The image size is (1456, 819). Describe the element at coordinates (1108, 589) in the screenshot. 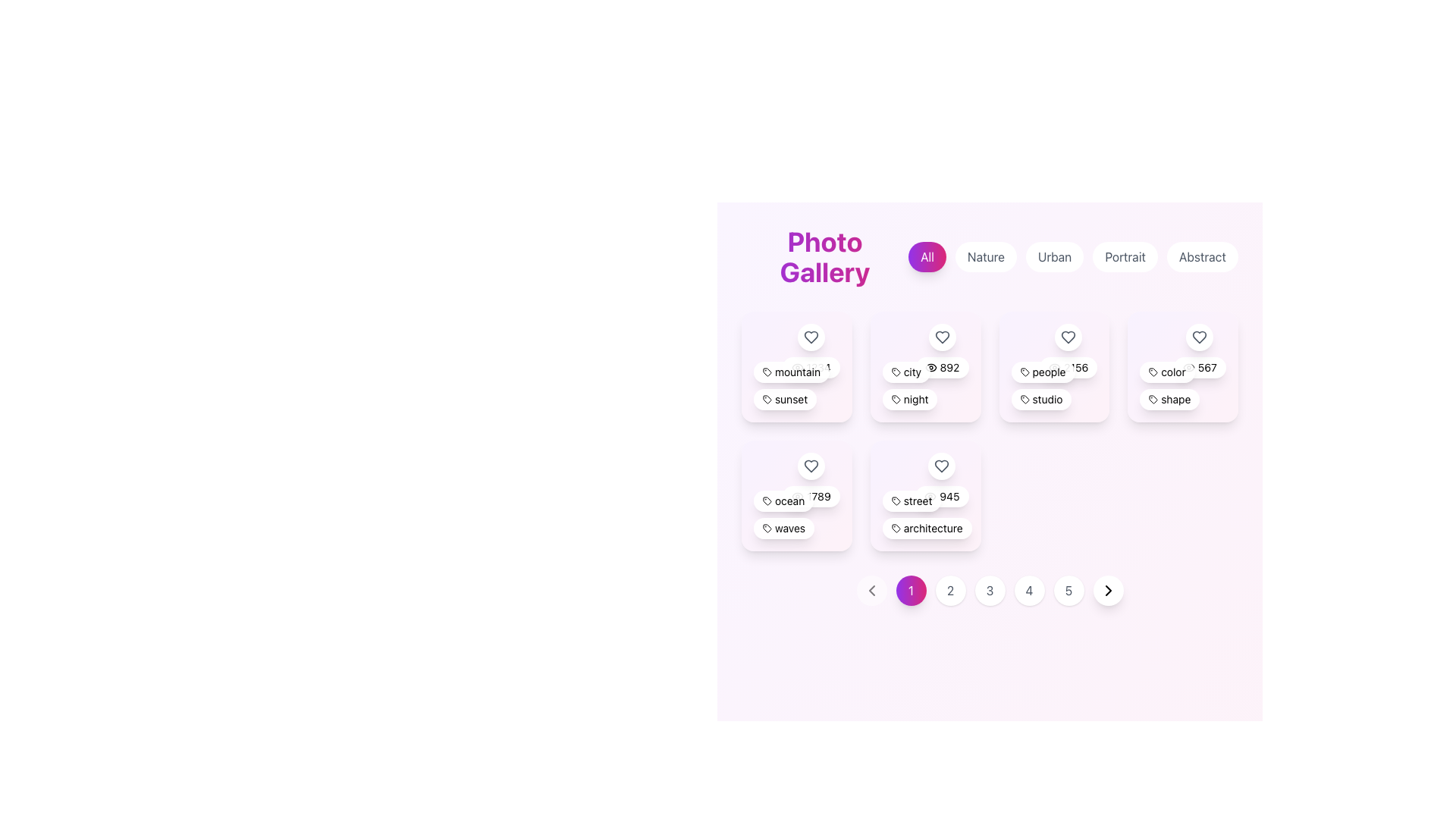

I see `the right-pointing arrow icon button located in the pagination section, to the right of the number '5', to trigger a highlight effect` at that location.